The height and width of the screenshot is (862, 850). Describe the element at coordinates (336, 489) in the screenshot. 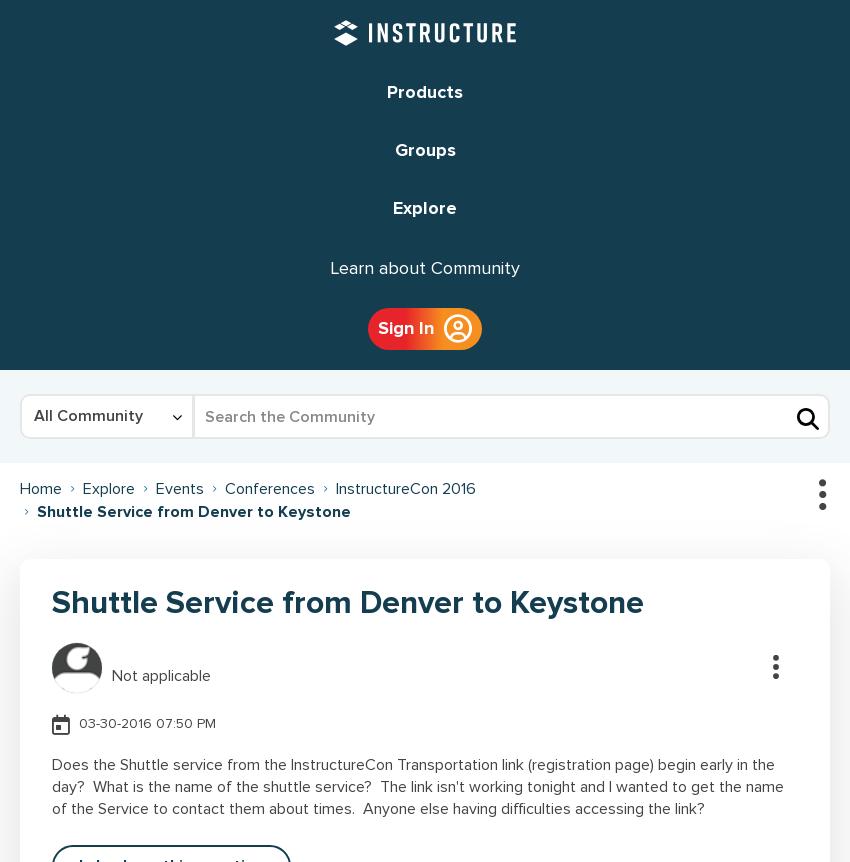

I see `'InstructureCon 2016'` at that location.